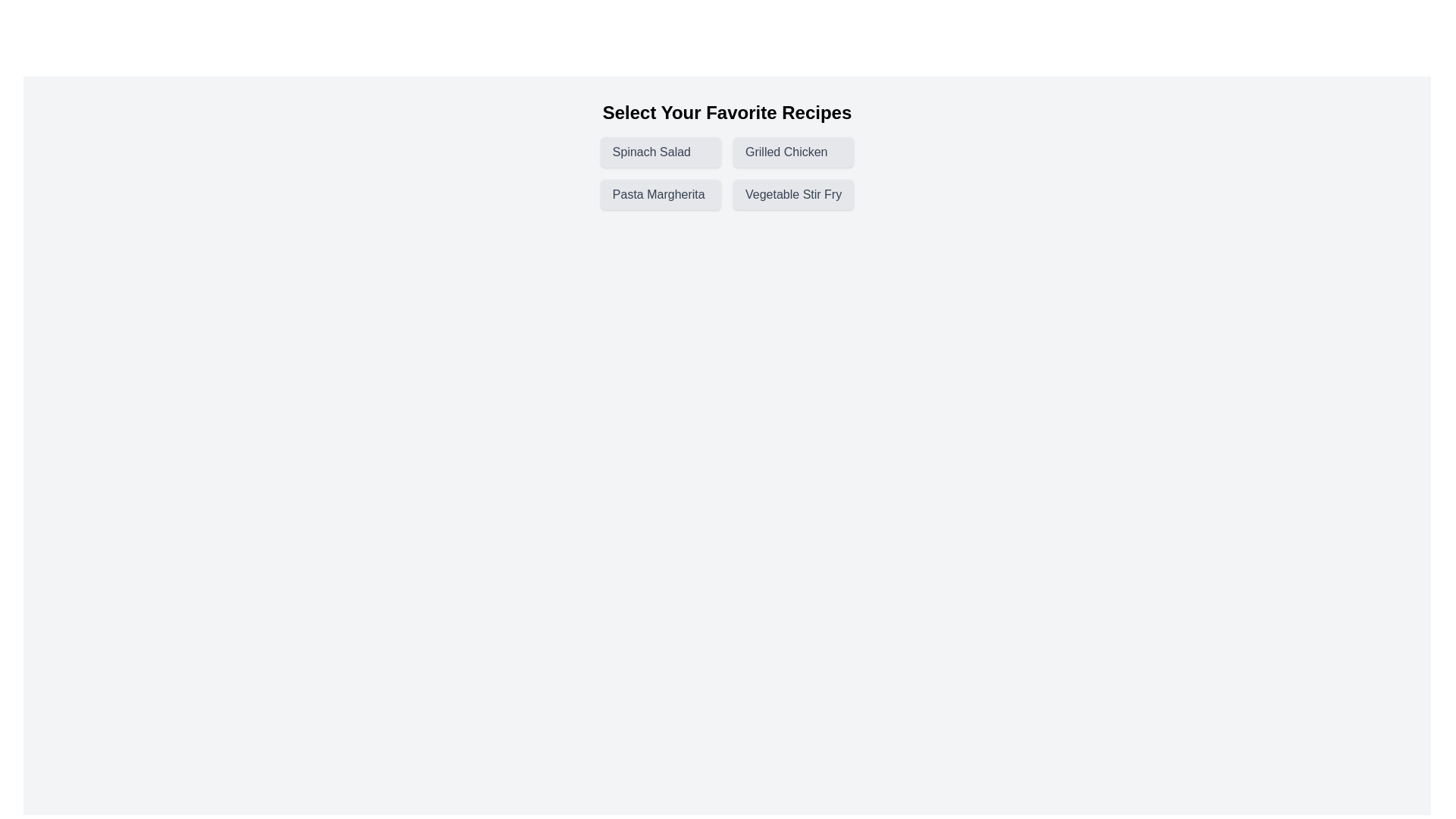 This screenshot has height=819, width=1456. What do you see at coordinates (660, 194) in the screenshot?
I see `the recipe card labeled 'Pasta Margherita' to observe the visual feedback` at bounding box center [660, 194].